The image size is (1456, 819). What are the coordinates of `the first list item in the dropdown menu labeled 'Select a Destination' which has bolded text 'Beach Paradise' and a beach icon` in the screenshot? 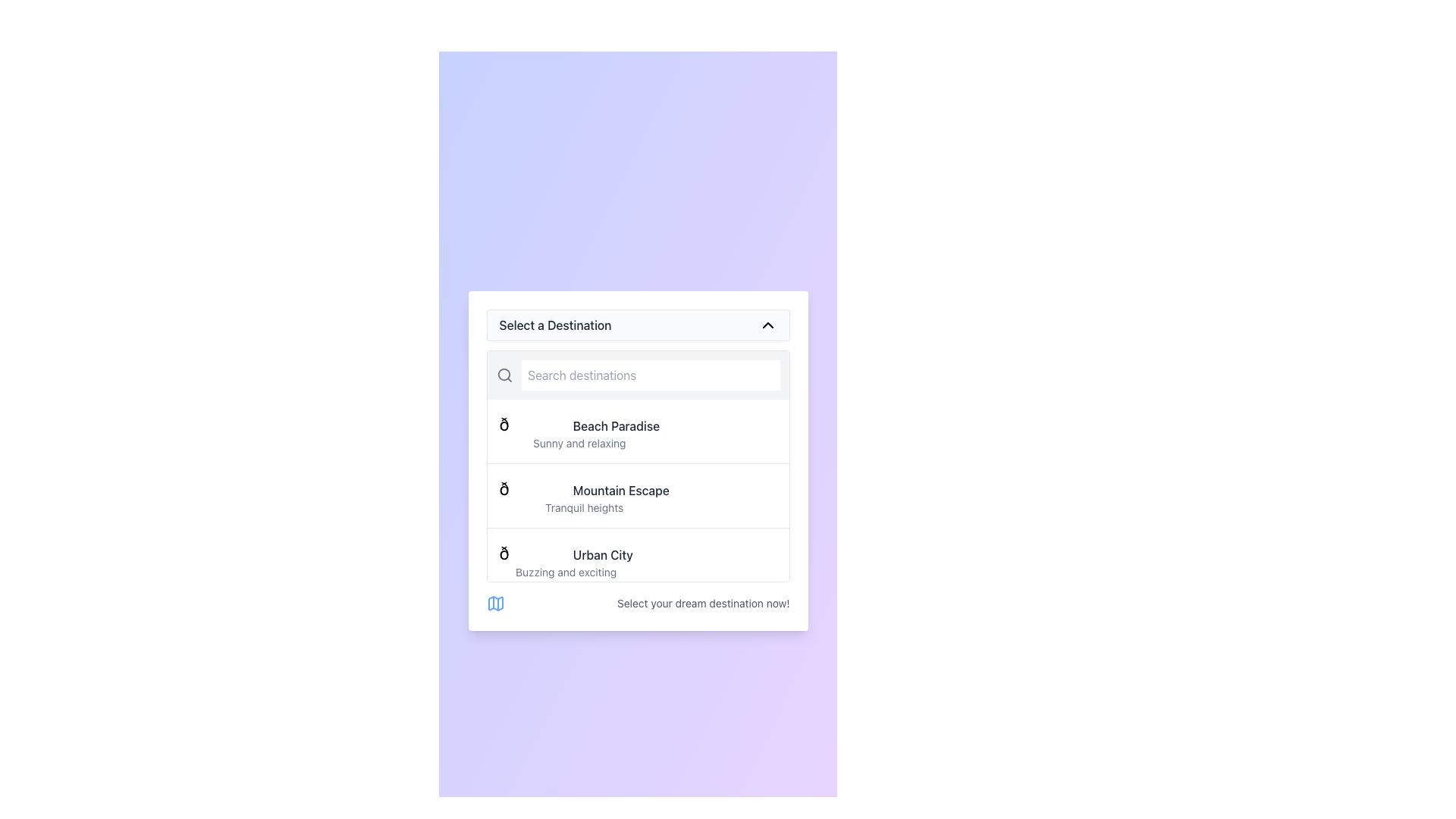 It's located at (638, 431).